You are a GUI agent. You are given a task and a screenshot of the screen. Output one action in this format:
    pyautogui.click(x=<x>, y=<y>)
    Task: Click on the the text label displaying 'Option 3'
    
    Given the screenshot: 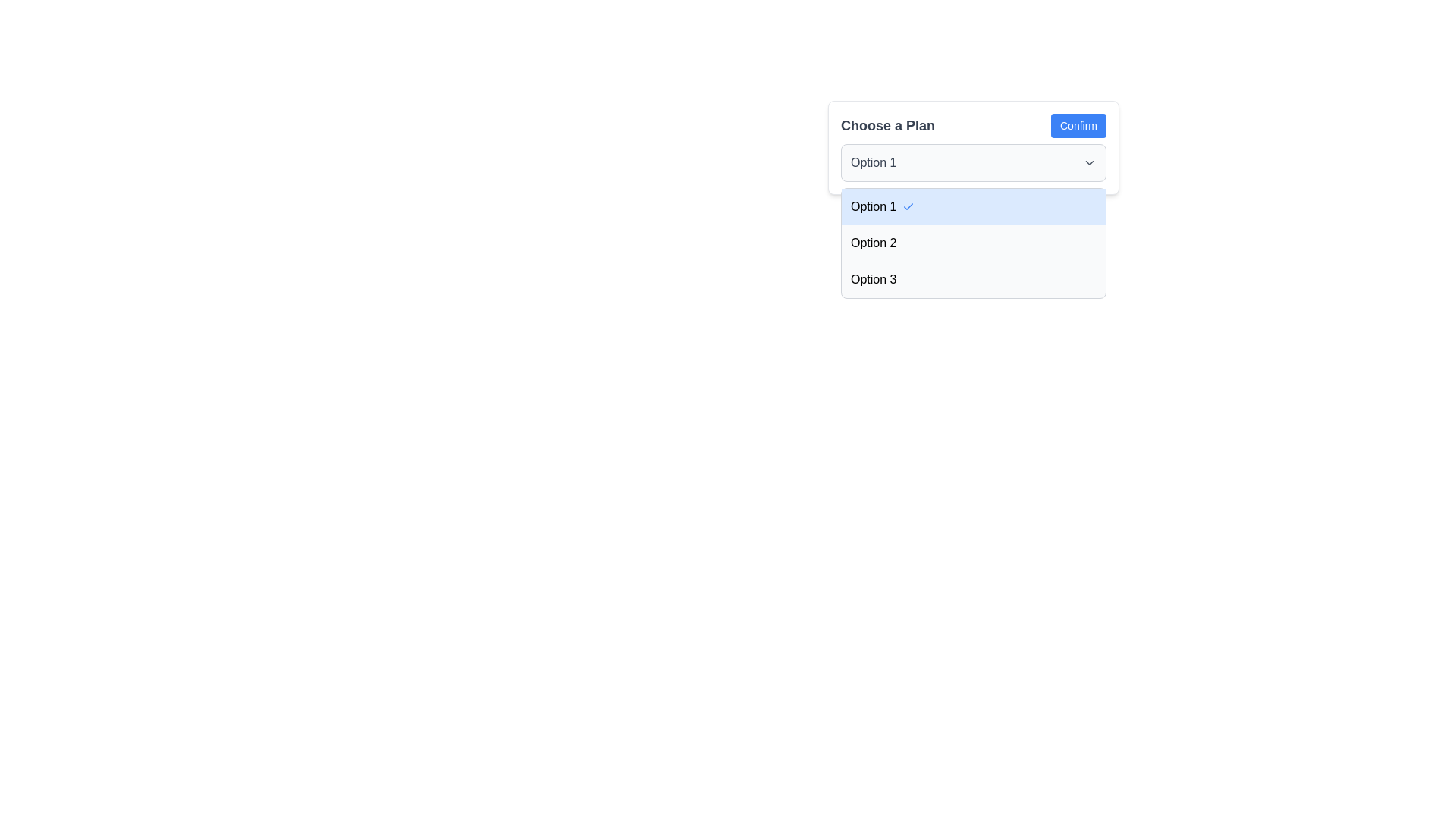 What is the action you would take?
    pyautogui.click(x=874, y=280)
    